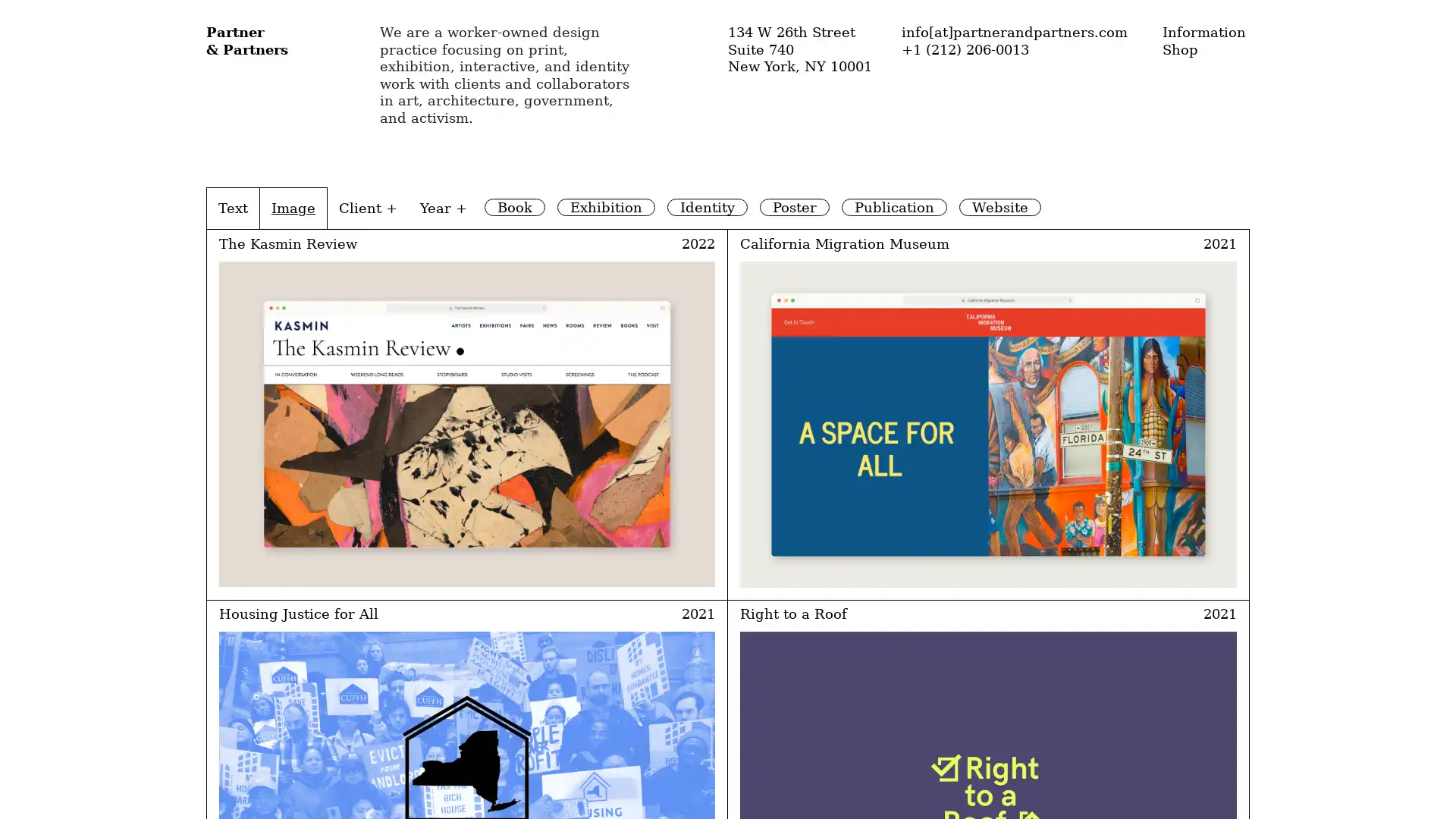 The image size is (1456, 819). What do you see at coordinates (443, 207) in the screenshot?
I see `Year +` at bounding box center [443, 207].